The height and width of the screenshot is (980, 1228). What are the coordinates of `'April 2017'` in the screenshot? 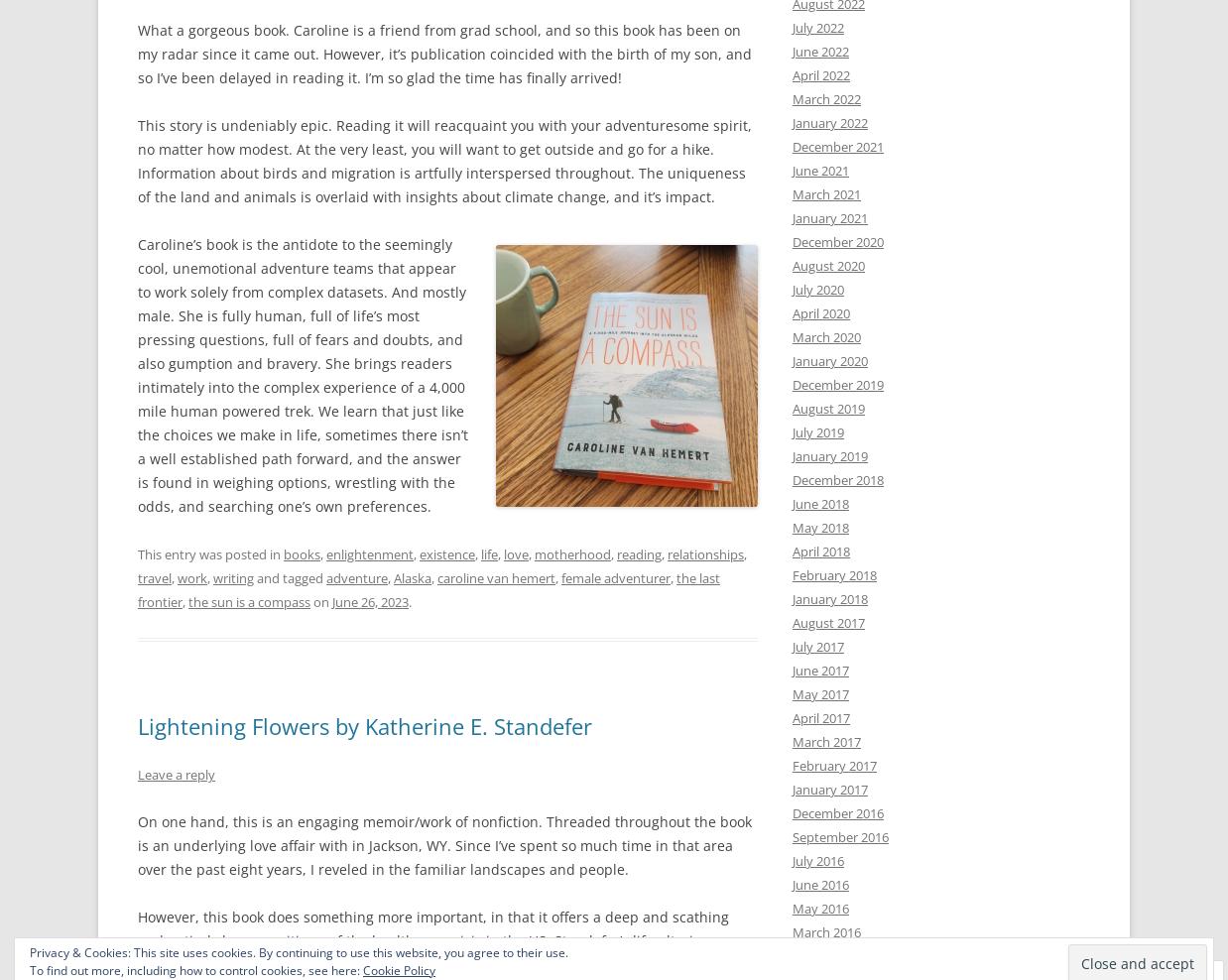 It's located at (819, 718).